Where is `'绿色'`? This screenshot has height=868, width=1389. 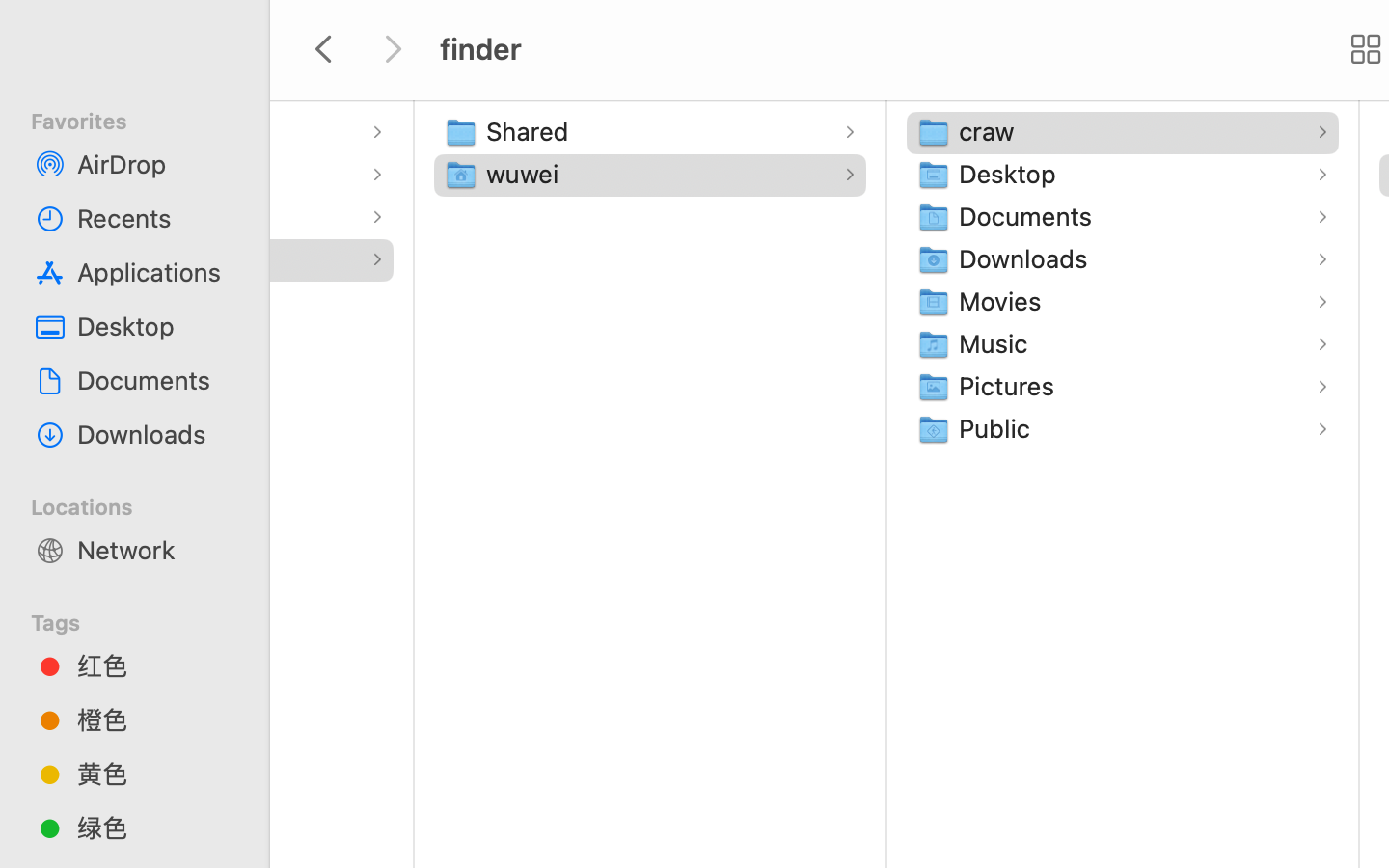
'绿色' is located at coordinates (153, 827).